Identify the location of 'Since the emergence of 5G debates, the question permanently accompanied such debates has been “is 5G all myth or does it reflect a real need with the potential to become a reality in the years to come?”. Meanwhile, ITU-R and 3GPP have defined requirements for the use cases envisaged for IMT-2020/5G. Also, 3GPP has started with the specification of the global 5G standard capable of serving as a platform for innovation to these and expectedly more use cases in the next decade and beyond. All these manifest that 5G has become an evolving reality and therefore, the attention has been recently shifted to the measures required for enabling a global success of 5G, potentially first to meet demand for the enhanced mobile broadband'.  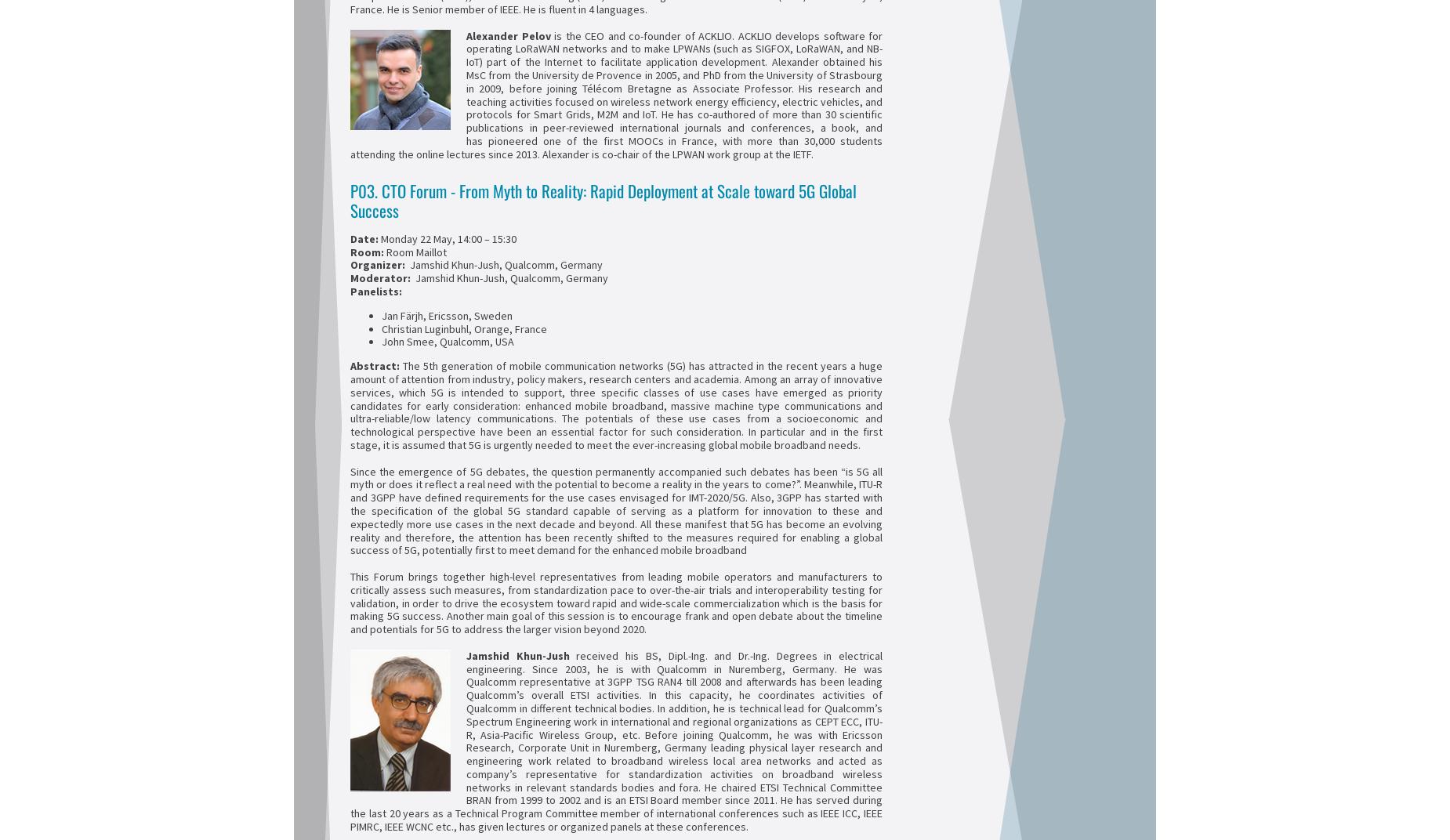
(616, 510).